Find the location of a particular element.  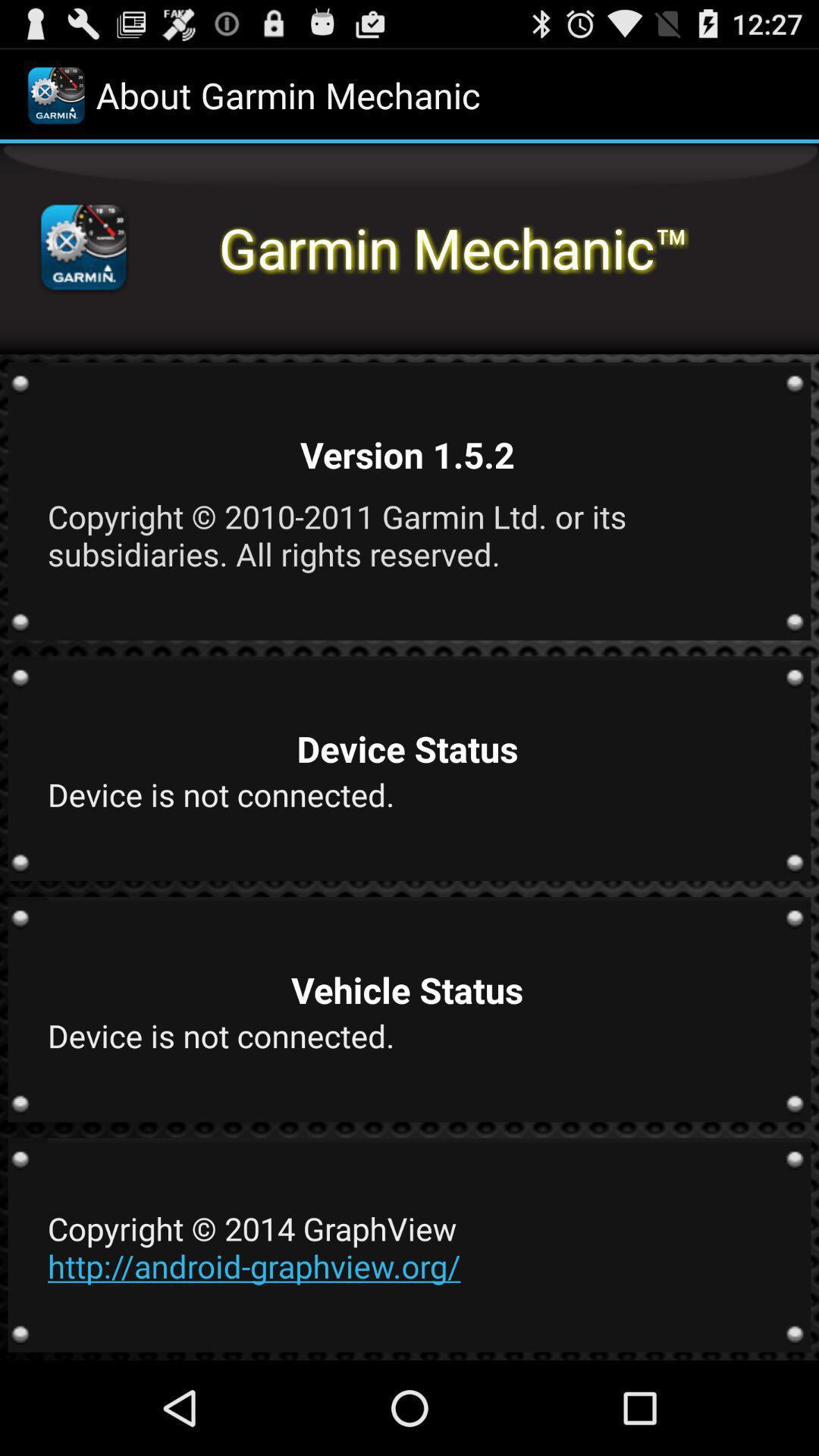

the copyright 2014 graphview item is located at coordinates (406, 1247).